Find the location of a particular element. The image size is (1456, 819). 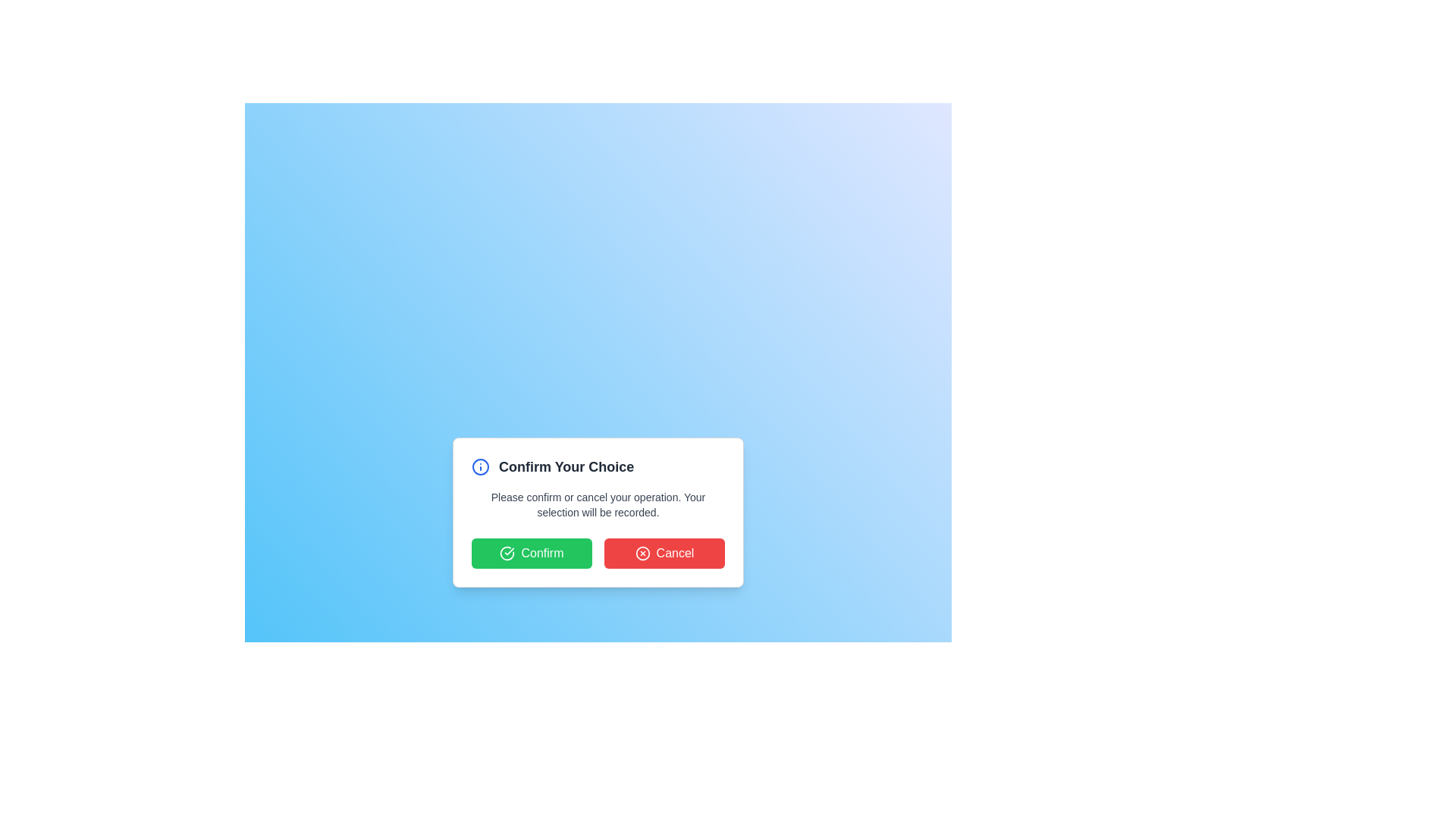

the circular SVG graphic element that is part of the informational icon to the left of the 'Confirm Your Choice' heading in the modal dialog is located at coordinates (479, 466).